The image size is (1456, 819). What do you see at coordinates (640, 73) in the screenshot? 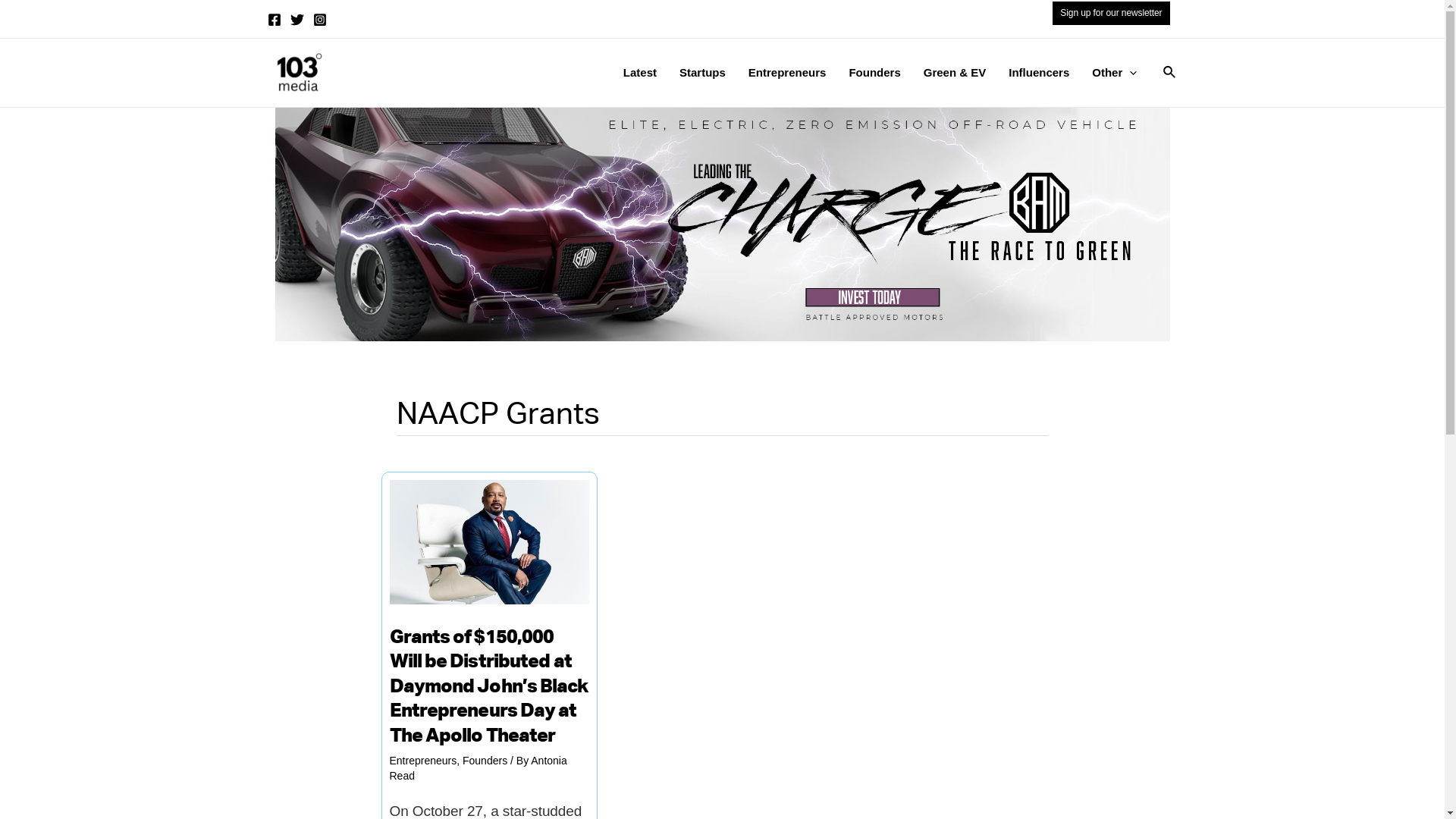
I see `'Latest'` at bounding box center [640, 73].